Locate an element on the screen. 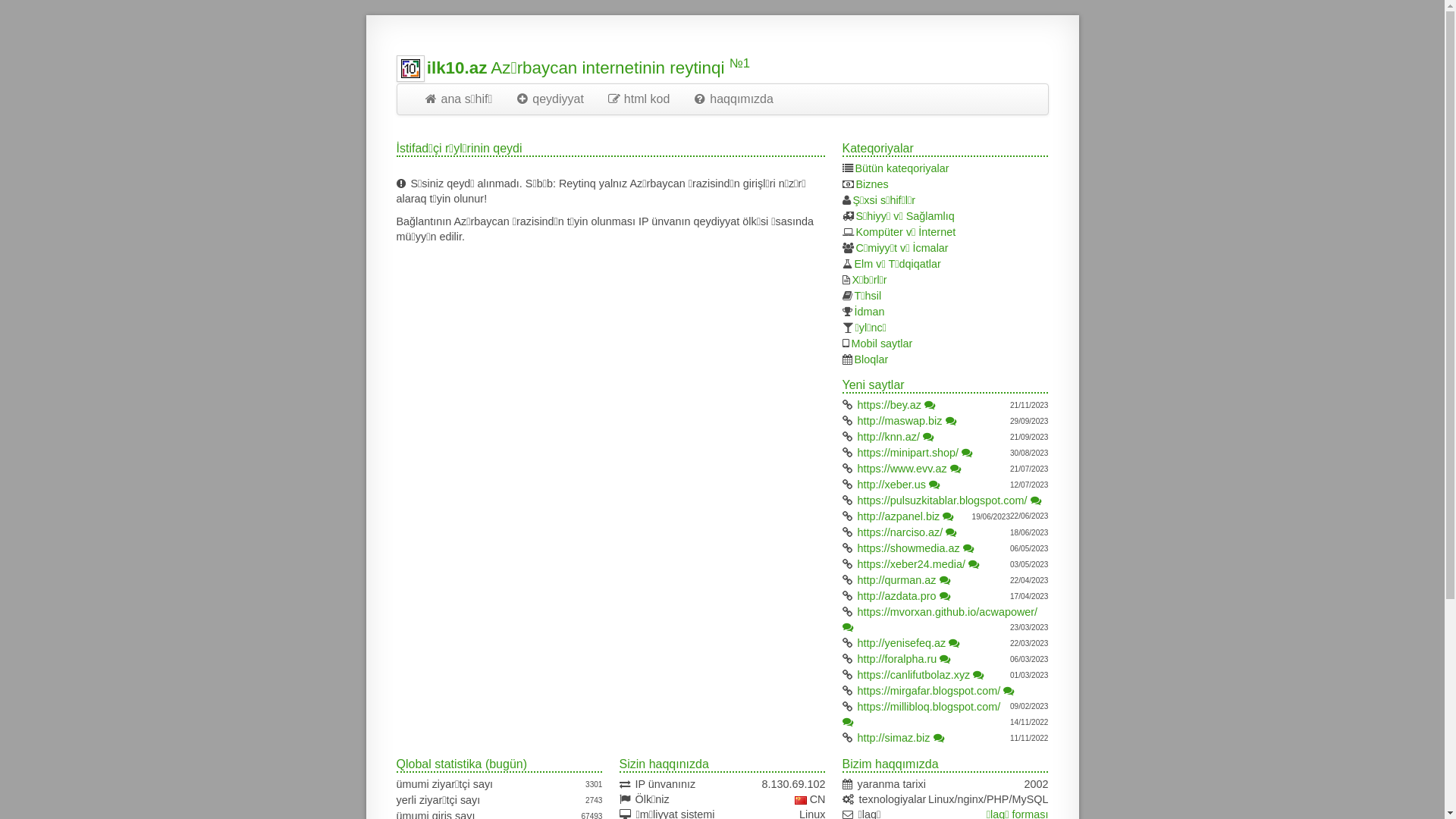 This screenshot has width=1456, height=819. 'http://yenisefeq.az' is located at coordinates (902, 643).